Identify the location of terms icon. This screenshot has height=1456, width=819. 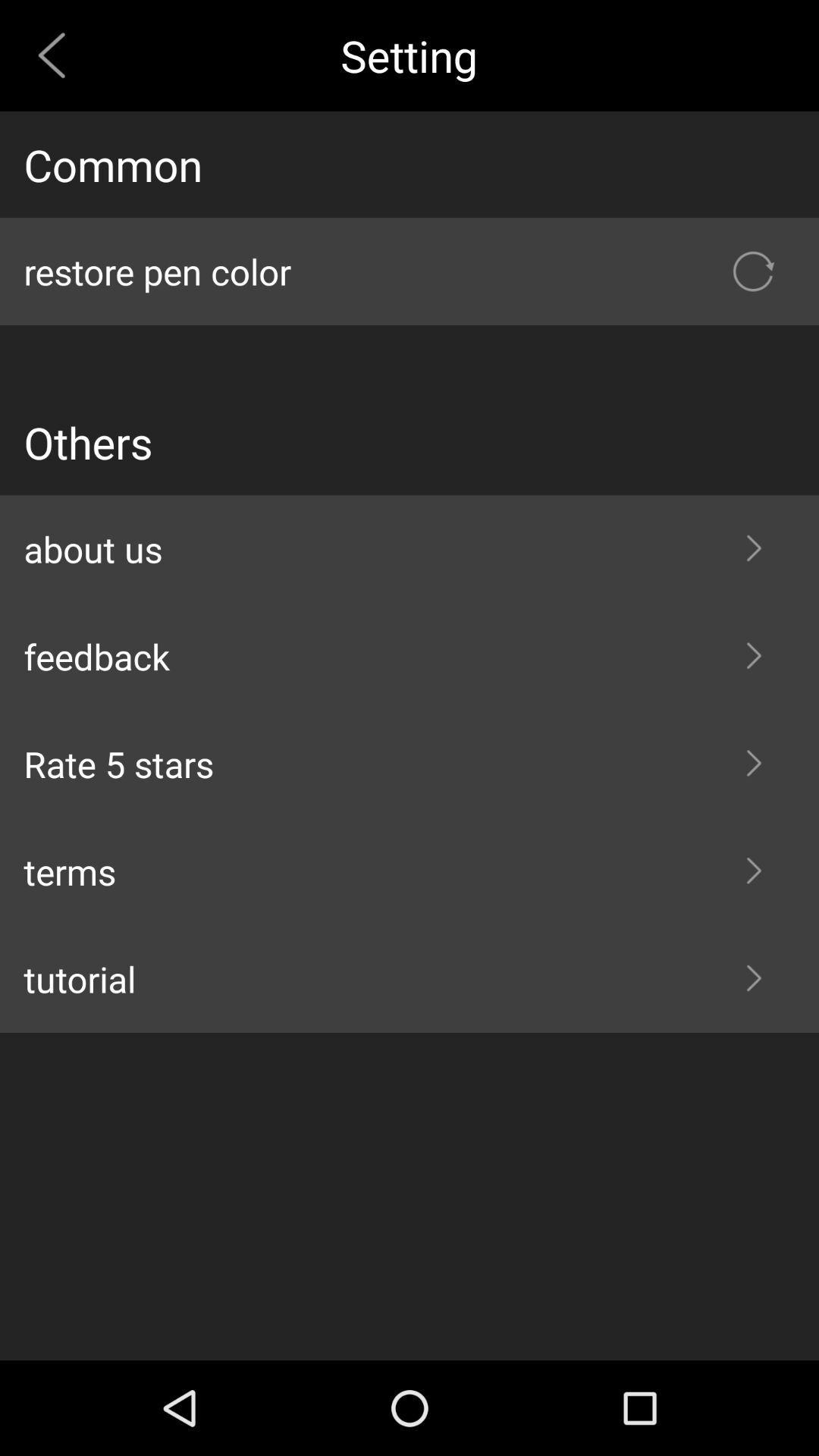
(409, 871).